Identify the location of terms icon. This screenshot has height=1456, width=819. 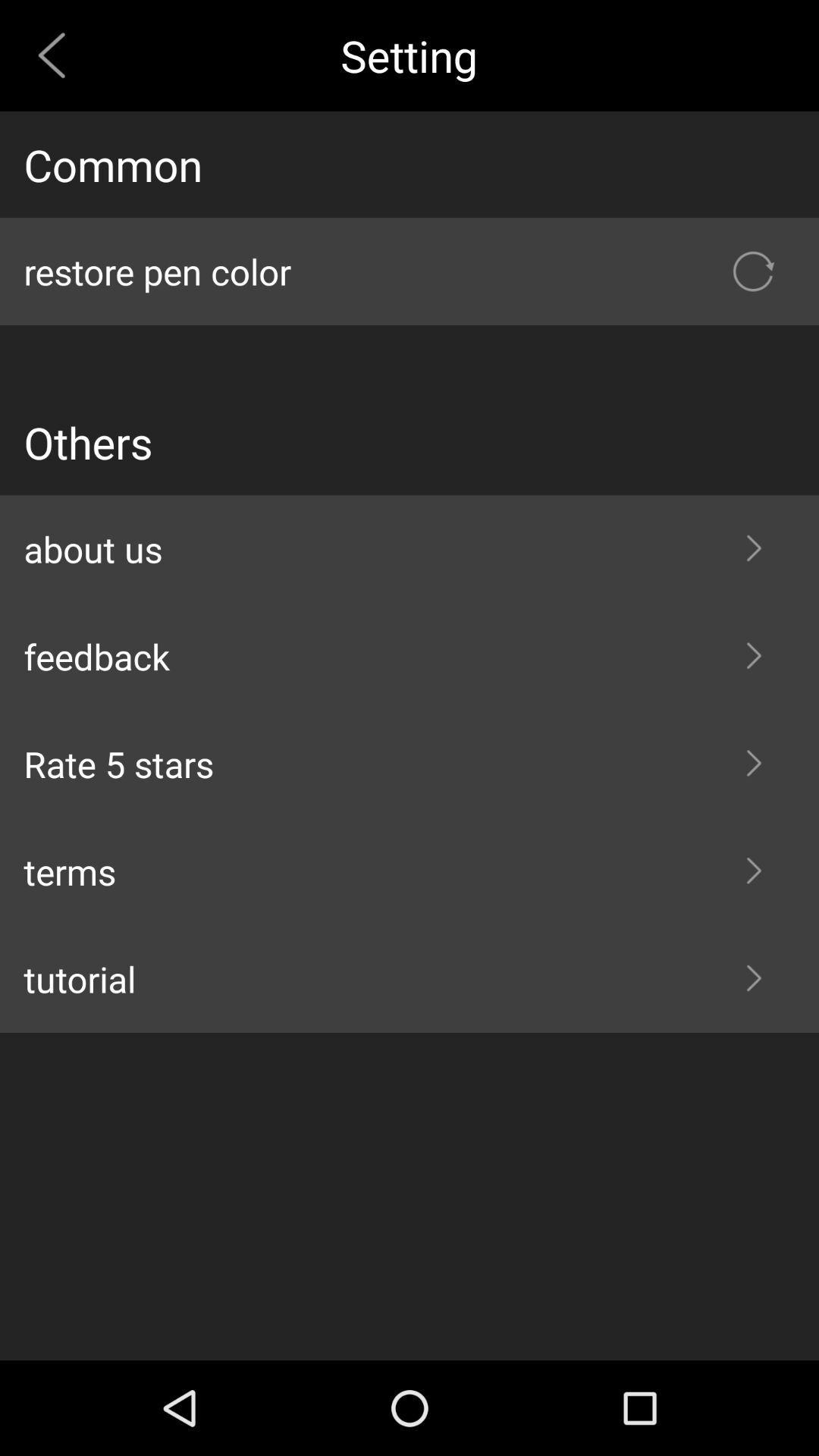
(409, 871).